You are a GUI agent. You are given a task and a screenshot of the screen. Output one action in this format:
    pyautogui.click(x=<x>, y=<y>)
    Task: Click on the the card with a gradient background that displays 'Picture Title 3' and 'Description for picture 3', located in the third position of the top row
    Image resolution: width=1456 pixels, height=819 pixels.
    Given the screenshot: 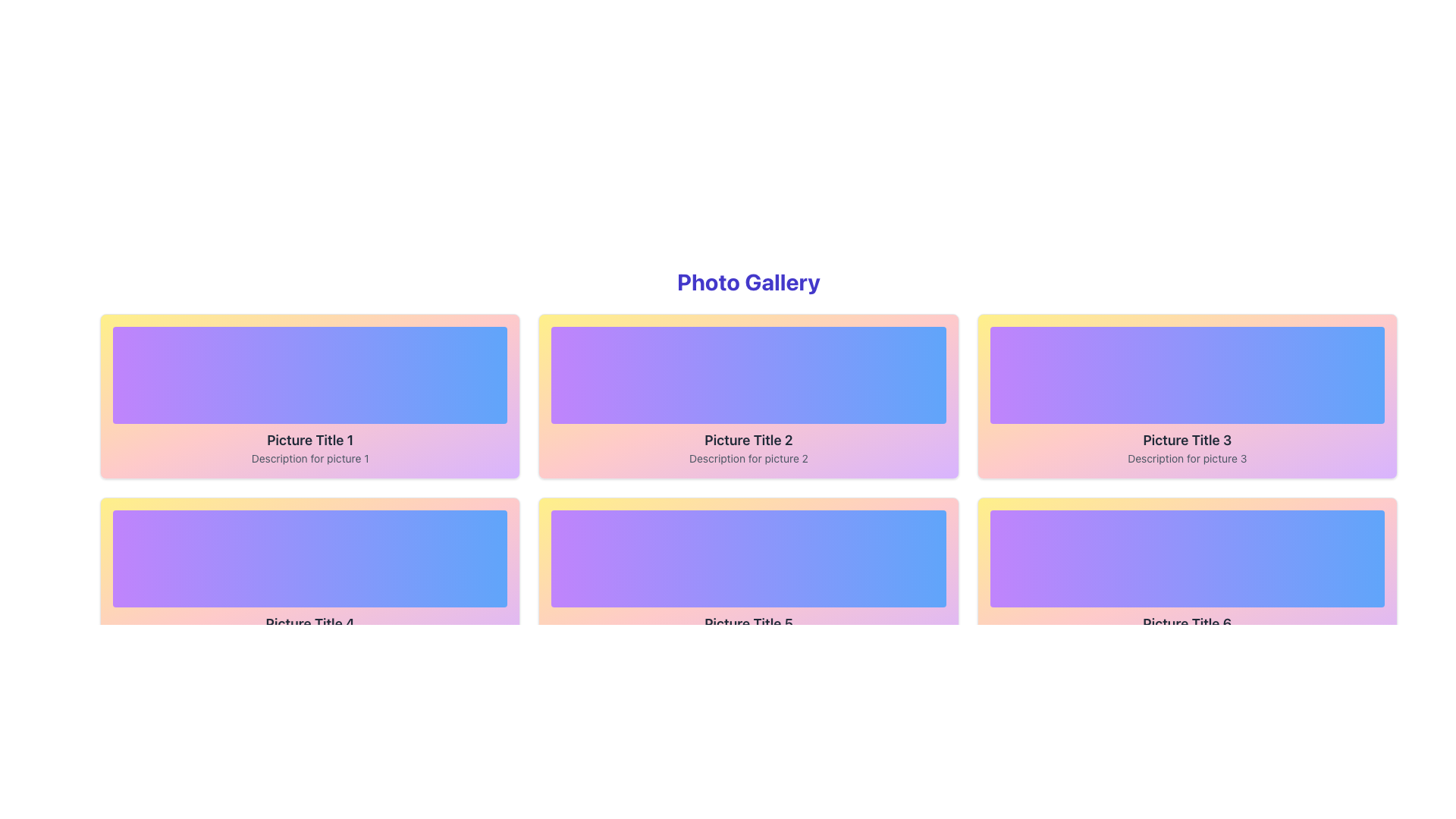 What is the action you would take?
    pyautogui.click(x=1186, y=396)
    